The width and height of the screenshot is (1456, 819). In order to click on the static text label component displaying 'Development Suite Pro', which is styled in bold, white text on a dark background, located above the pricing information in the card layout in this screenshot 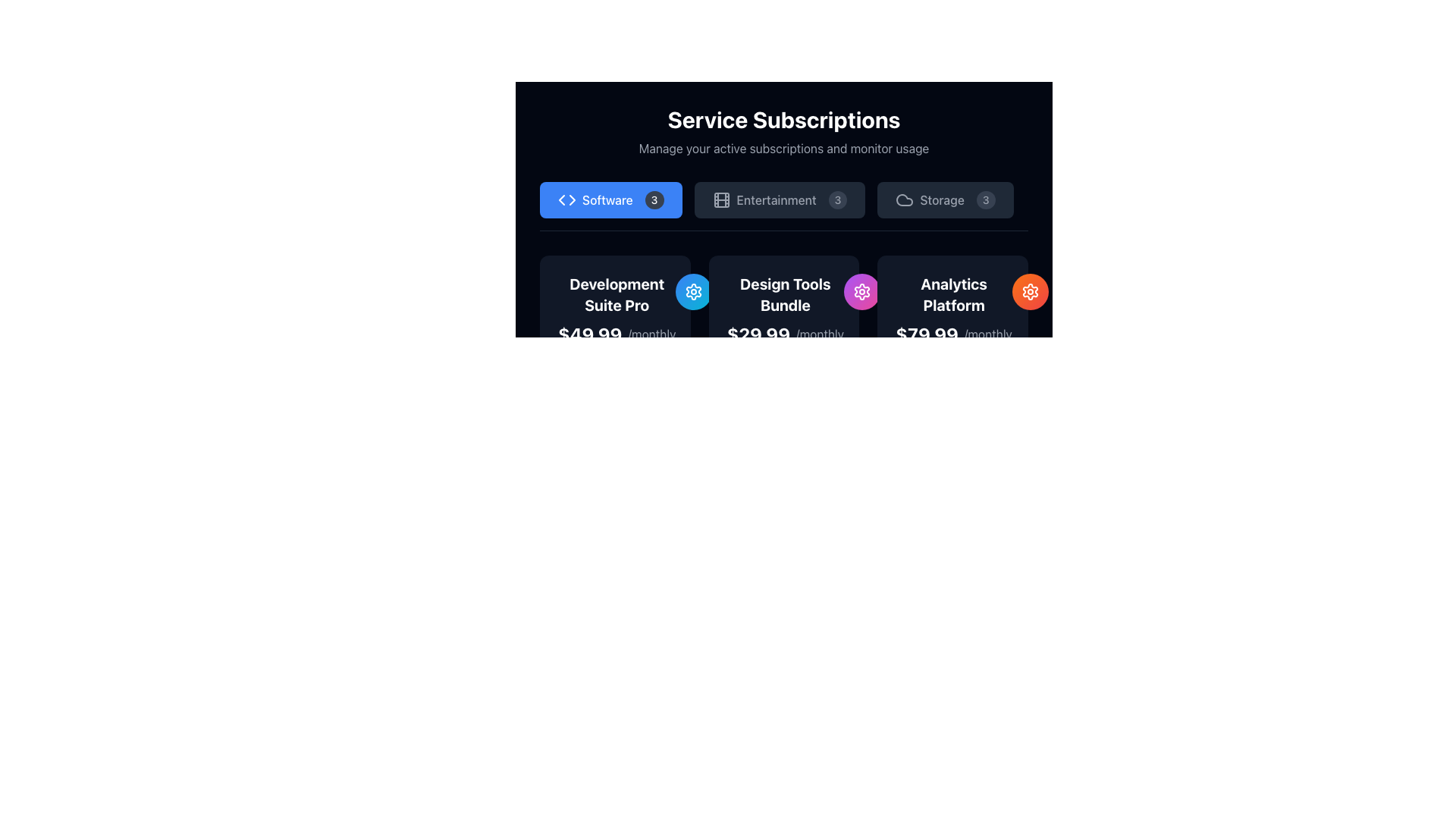, I will do `click(617, 295)`.